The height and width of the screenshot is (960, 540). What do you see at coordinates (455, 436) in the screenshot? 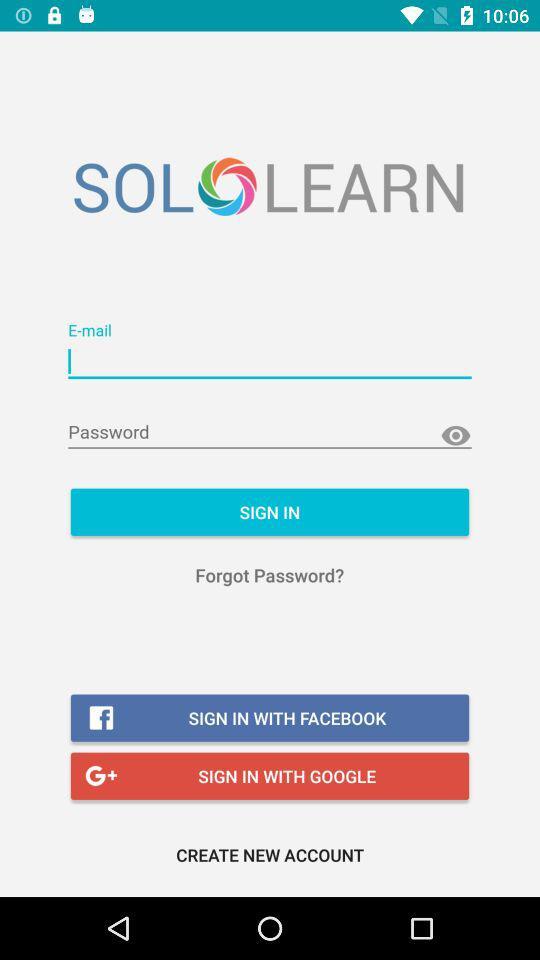
I see `the visibility icon` at bounding box center [455, 436].